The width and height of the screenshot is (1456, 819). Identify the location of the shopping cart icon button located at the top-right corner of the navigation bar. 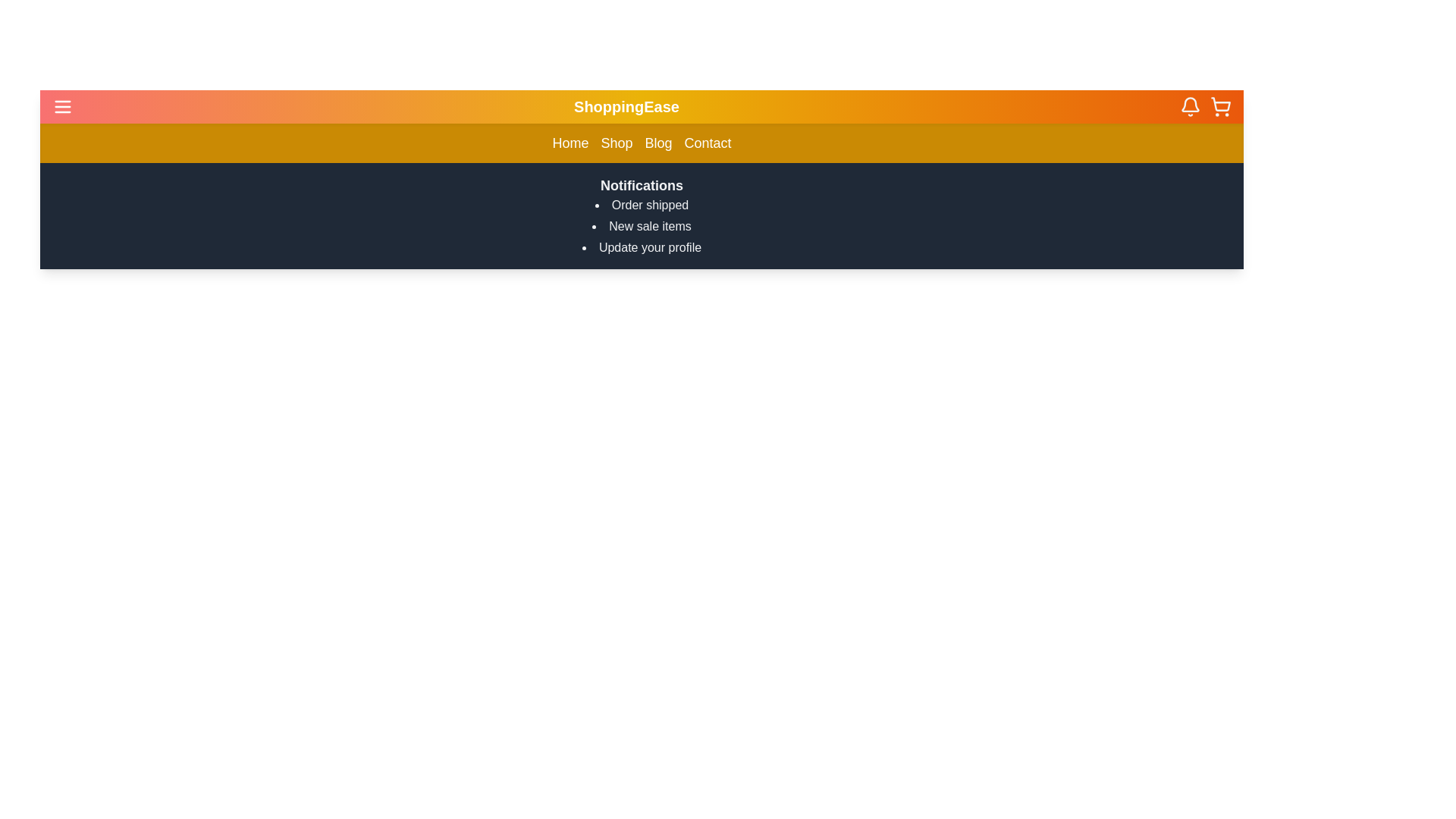
(1204, 106).